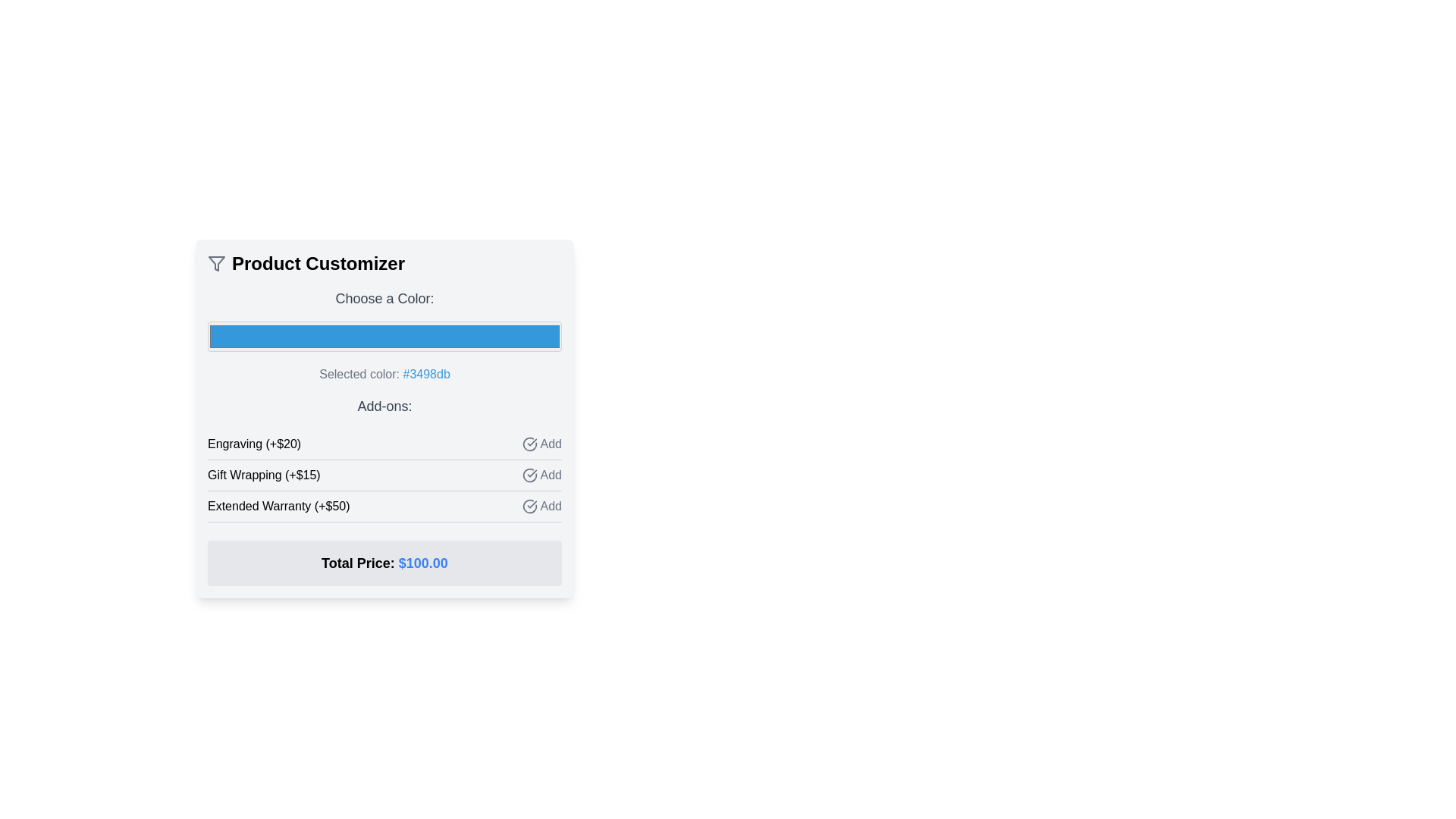 This screenshot has width=1456, height=819. What do you see at coordinates (264, 475) in the screenshot?
I see `the text label 'Gift Wrapping (+$15)' located in the second row of the add-on options within the product customization modal, positioned to the left of the 'Add' button` at bounding box center [264, 475].